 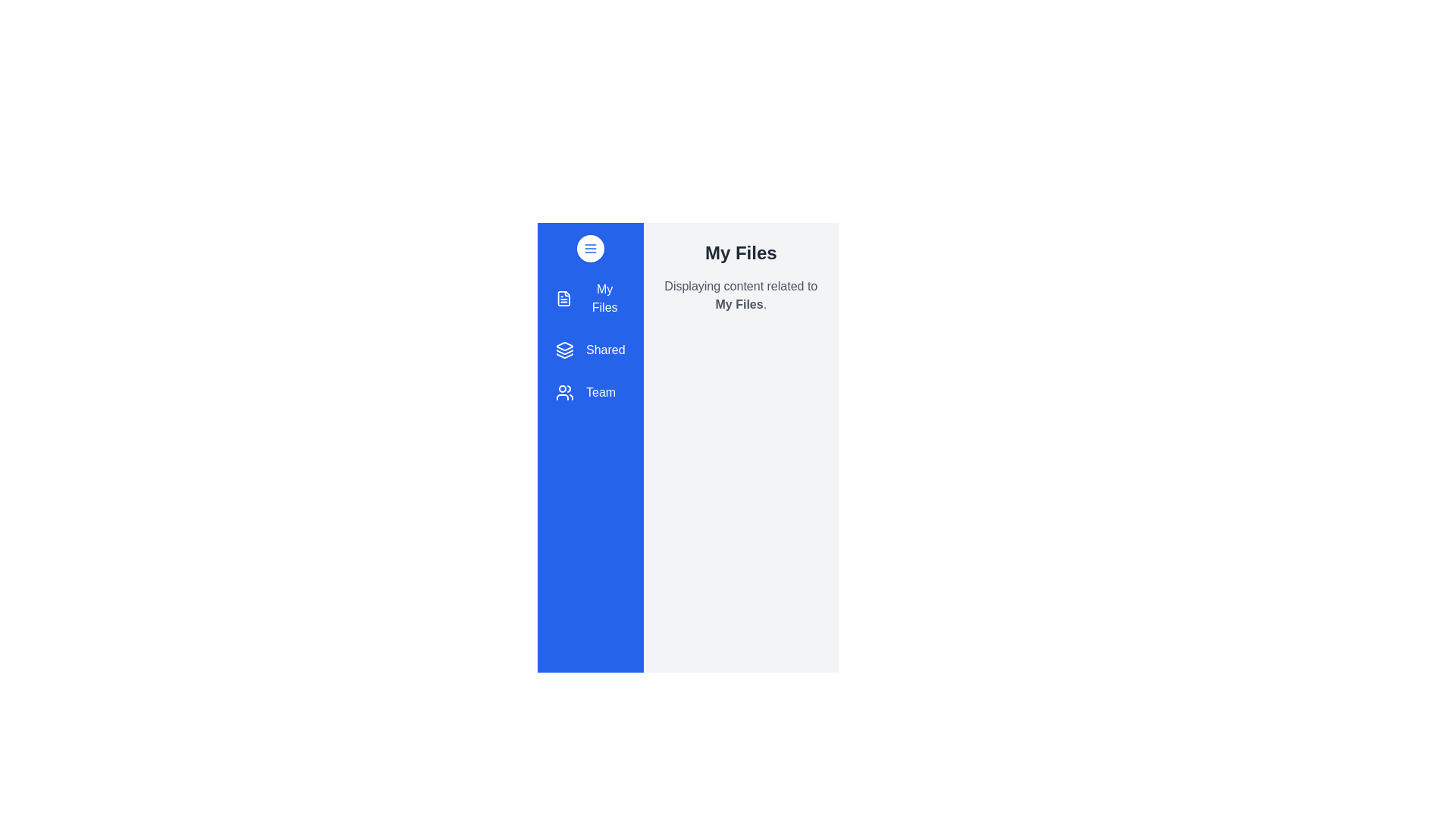 I want to click on the section My Files in the drawer to view its content, so click(x=588, y=298).